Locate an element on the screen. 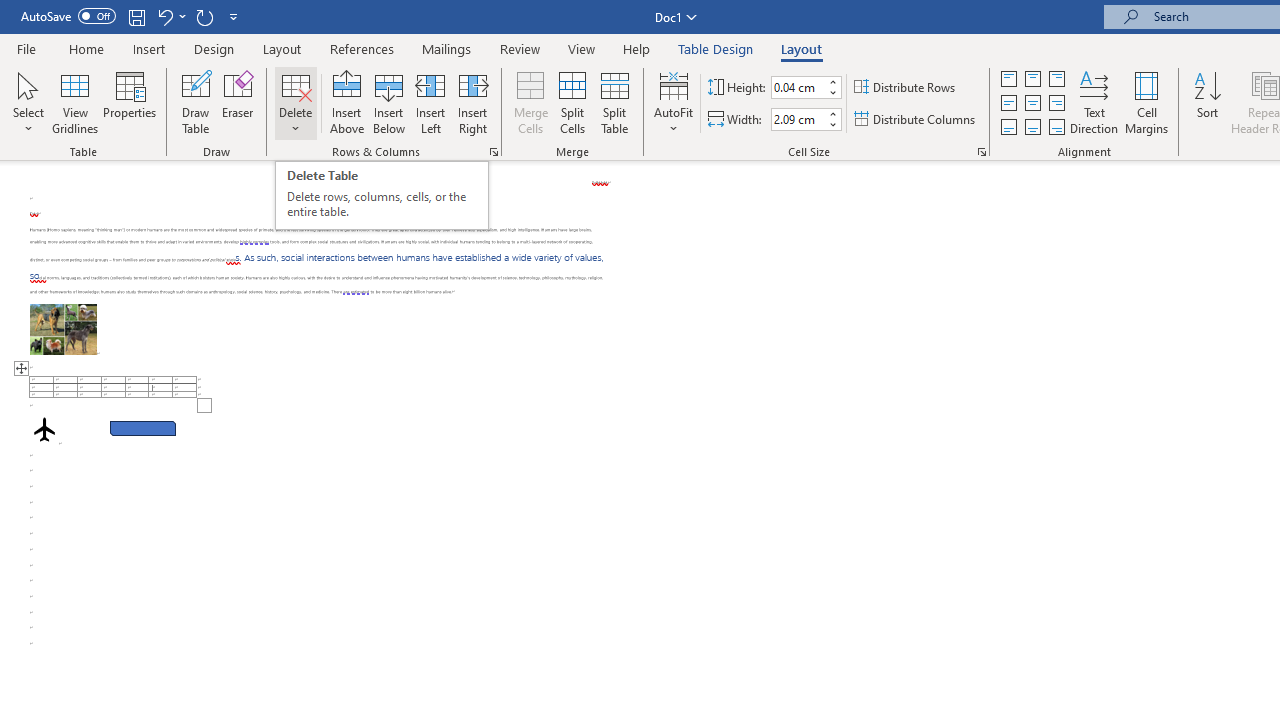 The height and width of the screenshot is (720, 1280). 'Less' is located at coordinates (832, 124).